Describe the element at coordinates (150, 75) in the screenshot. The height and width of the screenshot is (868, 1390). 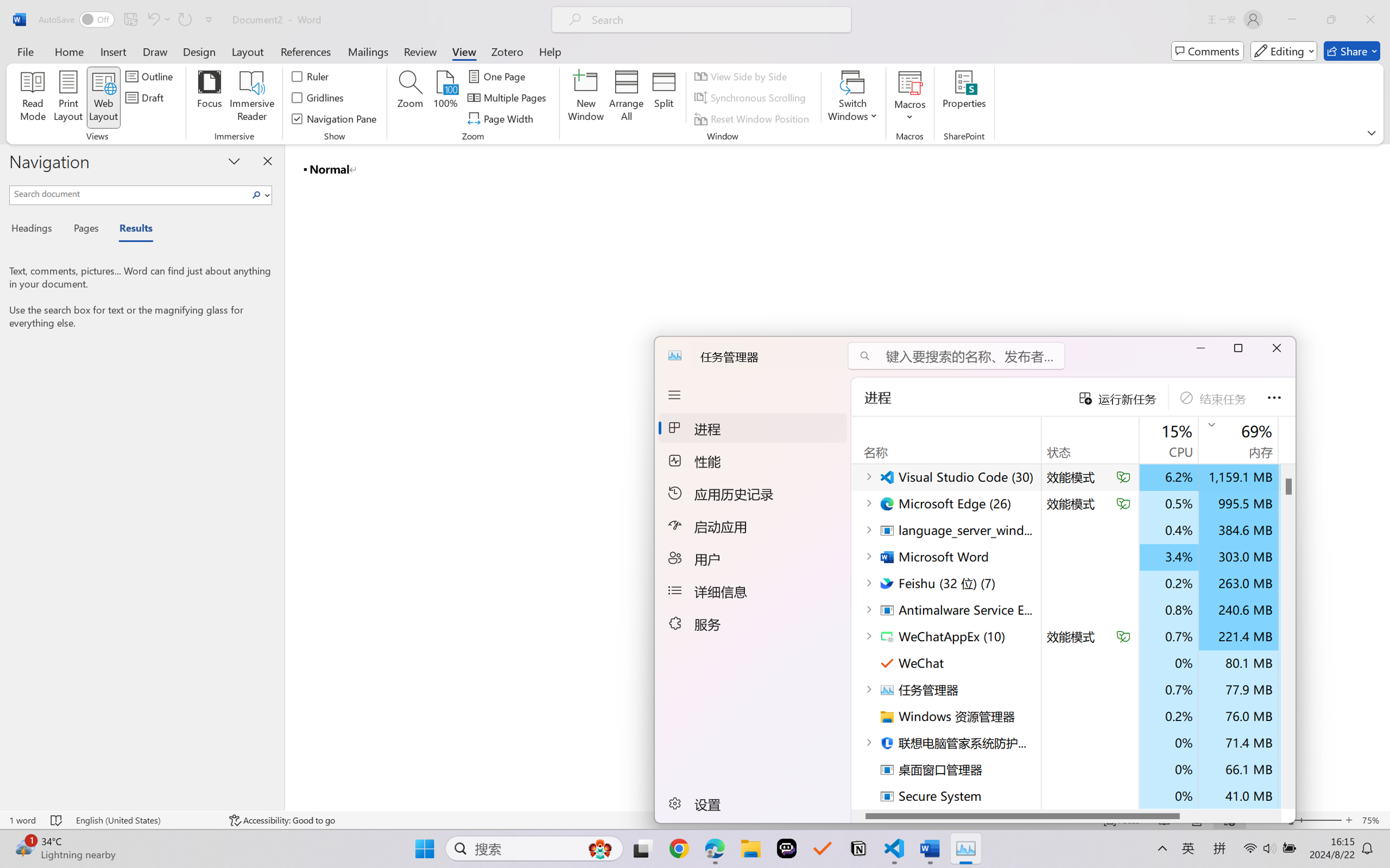
I see `'Outline'` at that location.